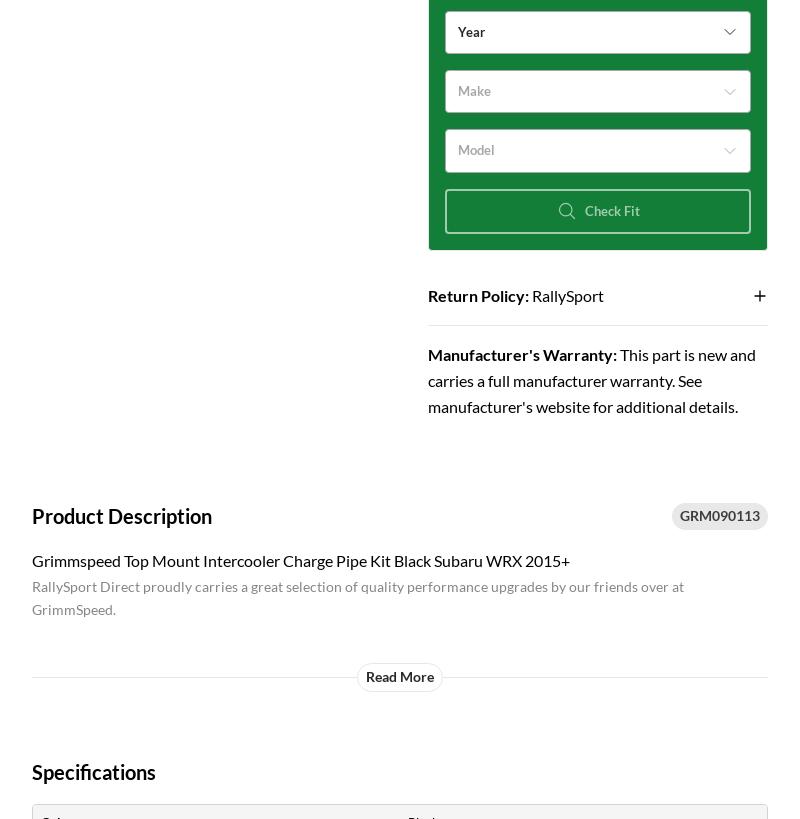 The height and width of the screenshot is (819, 800). Describe the element at coordinates (518, 14) in the screenshot. I see `'2020 Subaru WRX'` at that location.